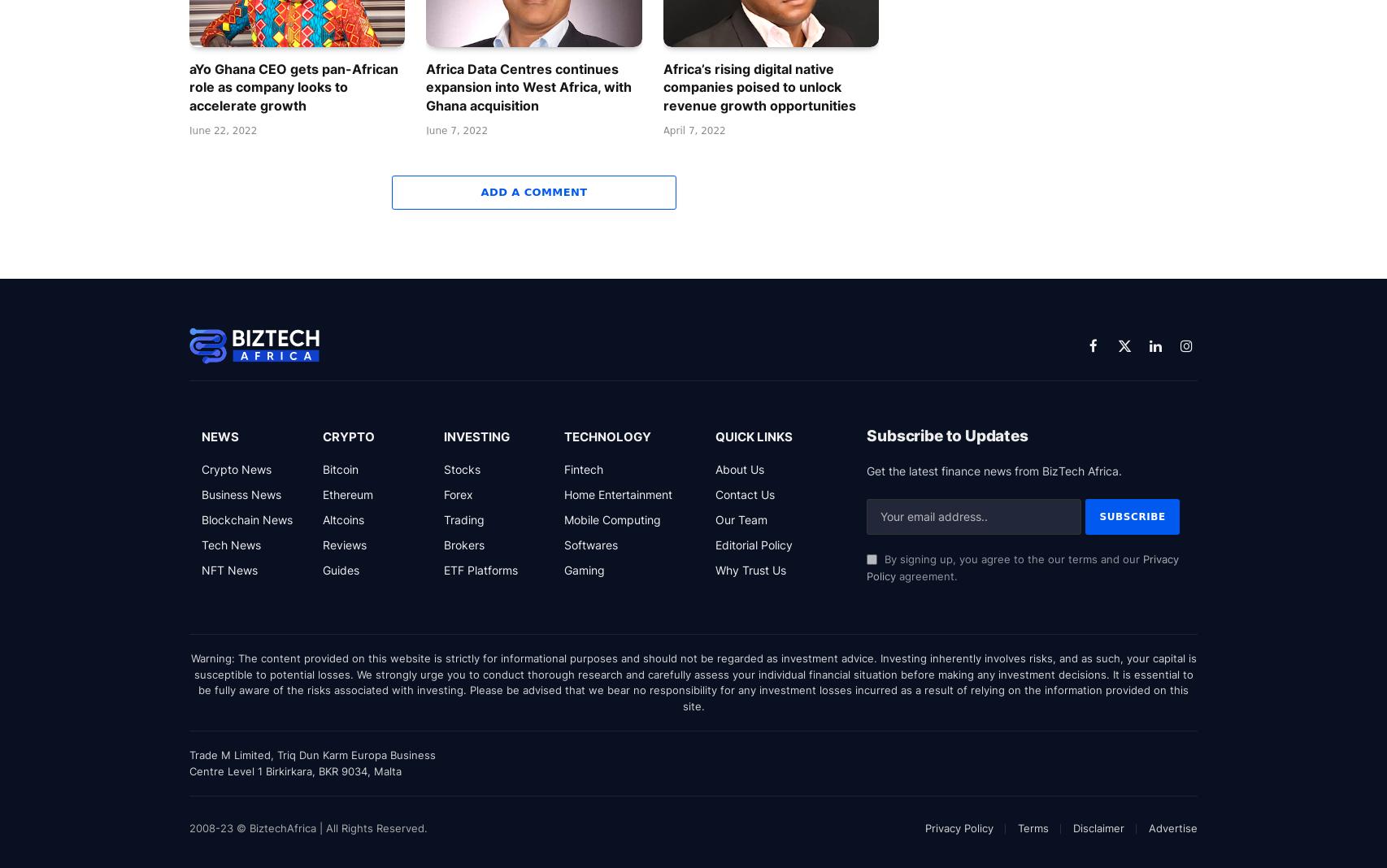 The width and height of the screenshot is (1387, 868). What do you see at coordinates (583, 467) in the screenshot?
I see `'Fintech'` at bounding box center [583, 467].